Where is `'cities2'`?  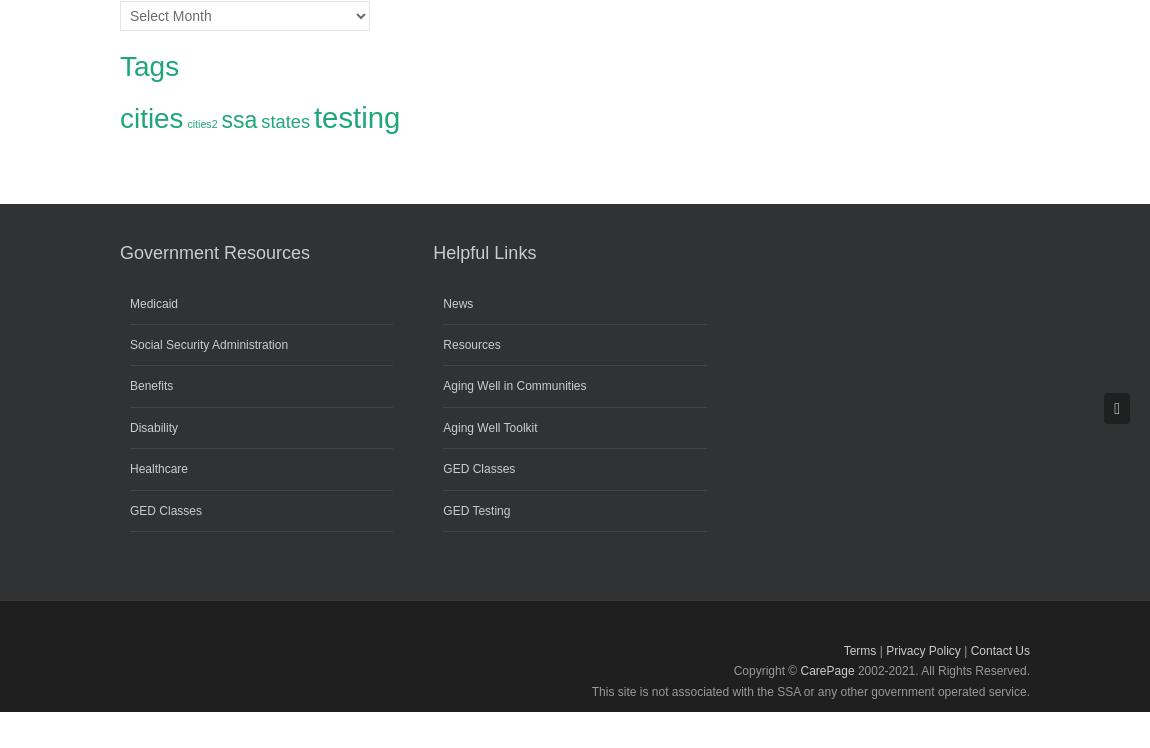 'cities2' is located at coordinates (201, 122).